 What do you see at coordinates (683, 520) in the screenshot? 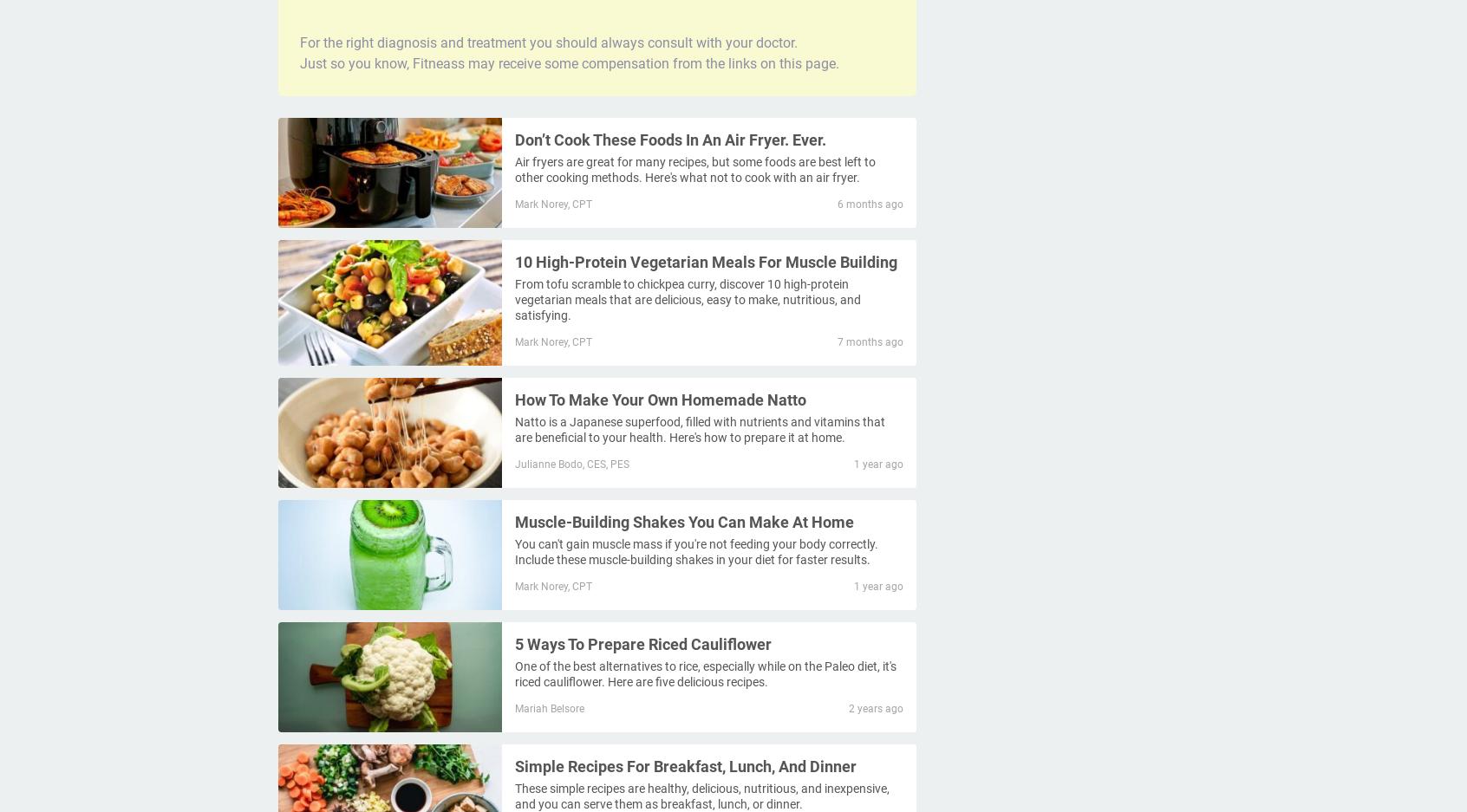
I see `'Muscle-Building Shakes You Can Make At Home'` at bounding box center [683, 520].